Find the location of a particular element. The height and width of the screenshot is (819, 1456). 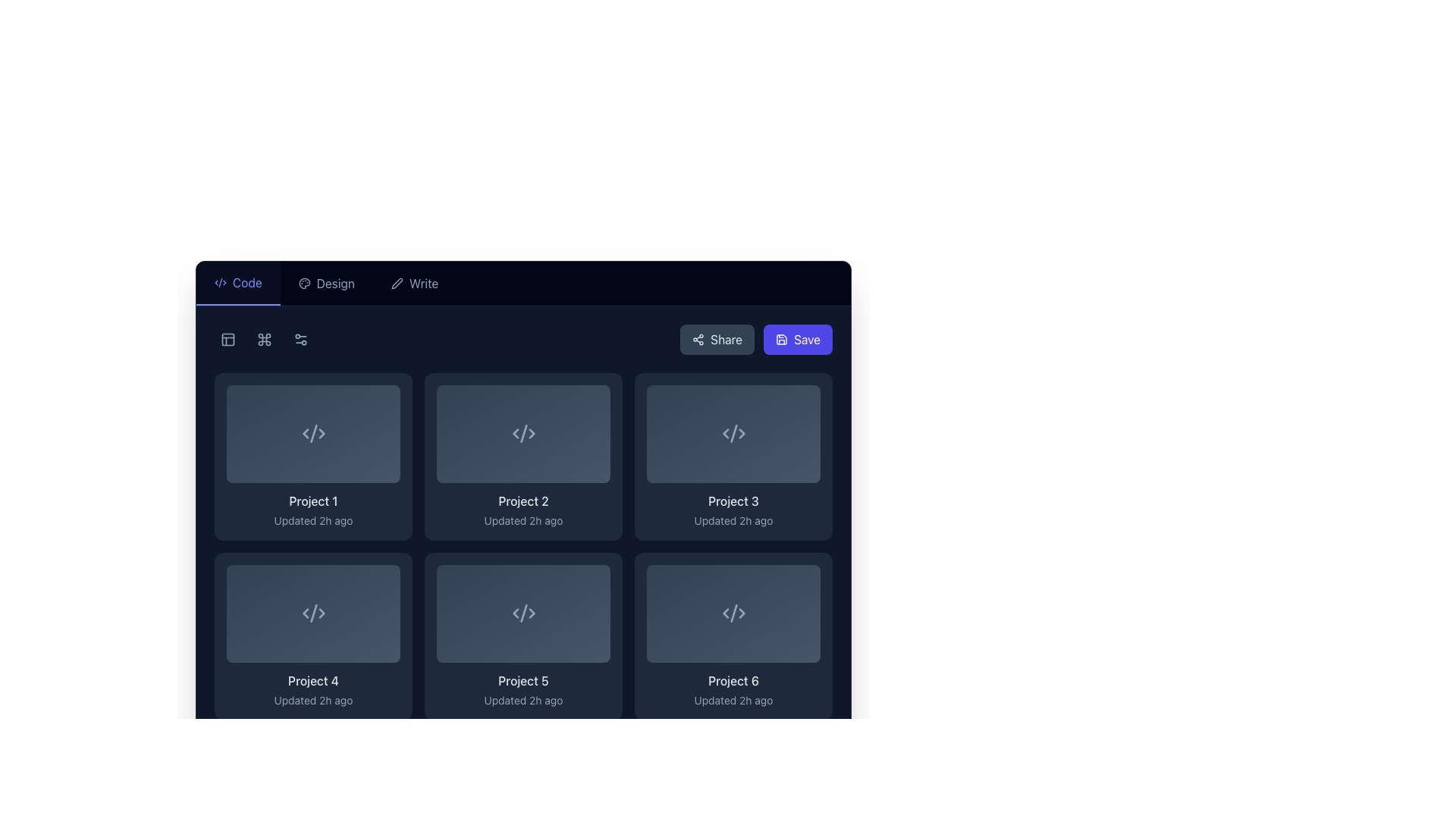

the left-pointing arrow icon within the group of three icons under 'Project 5', which serves as a visual indicator in the interface is located at coordinates (515, 613).